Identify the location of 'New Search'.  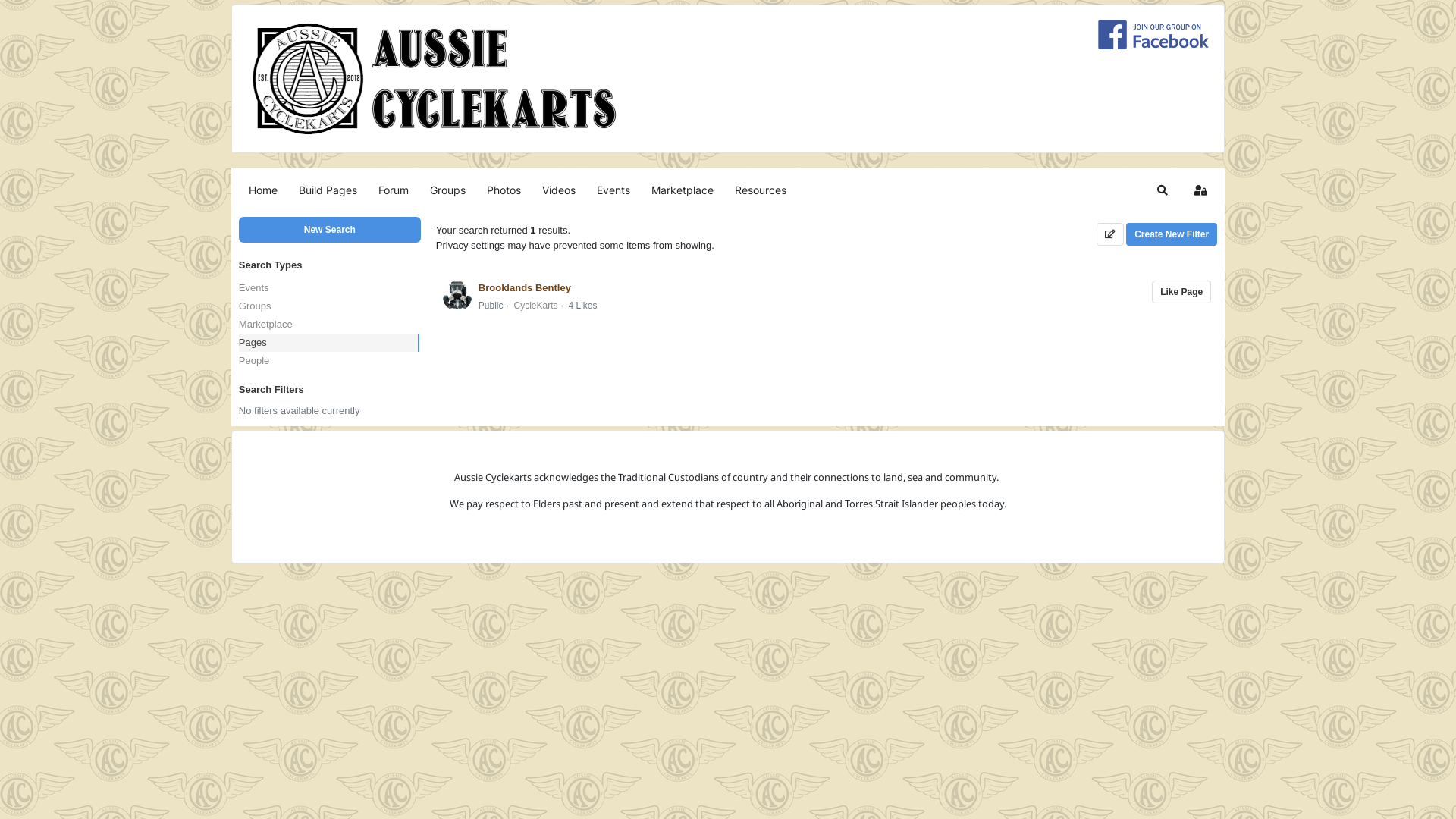
(329, 230).